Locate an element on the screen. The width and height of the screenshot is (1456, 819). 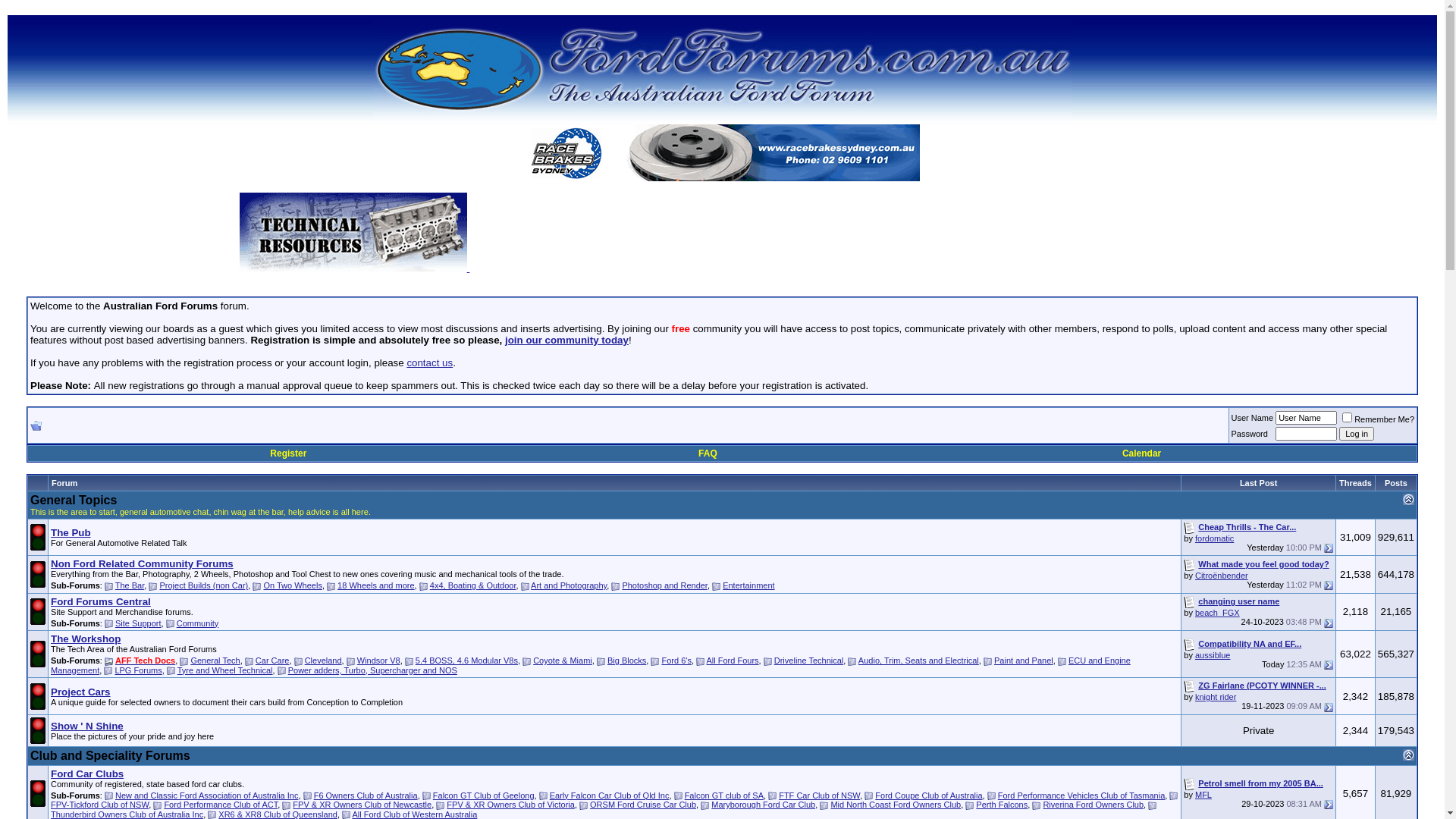
'Ford Forums Central' is located at coordinates (100, 601).